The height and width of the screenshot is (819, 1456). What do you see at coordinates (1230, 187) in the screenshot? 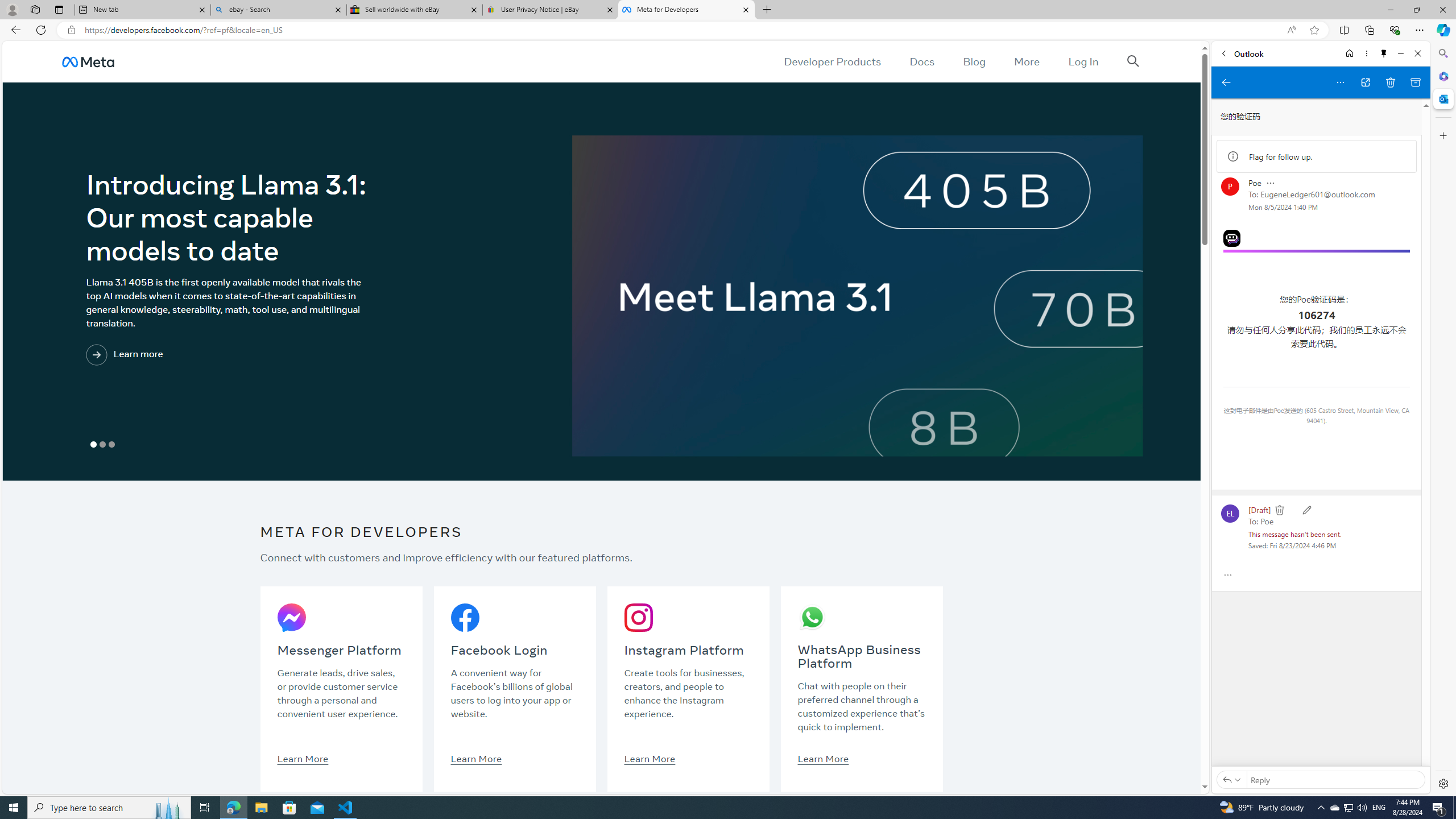
I see `'Contact card for Poe'` at bounding box center [1230, 187].